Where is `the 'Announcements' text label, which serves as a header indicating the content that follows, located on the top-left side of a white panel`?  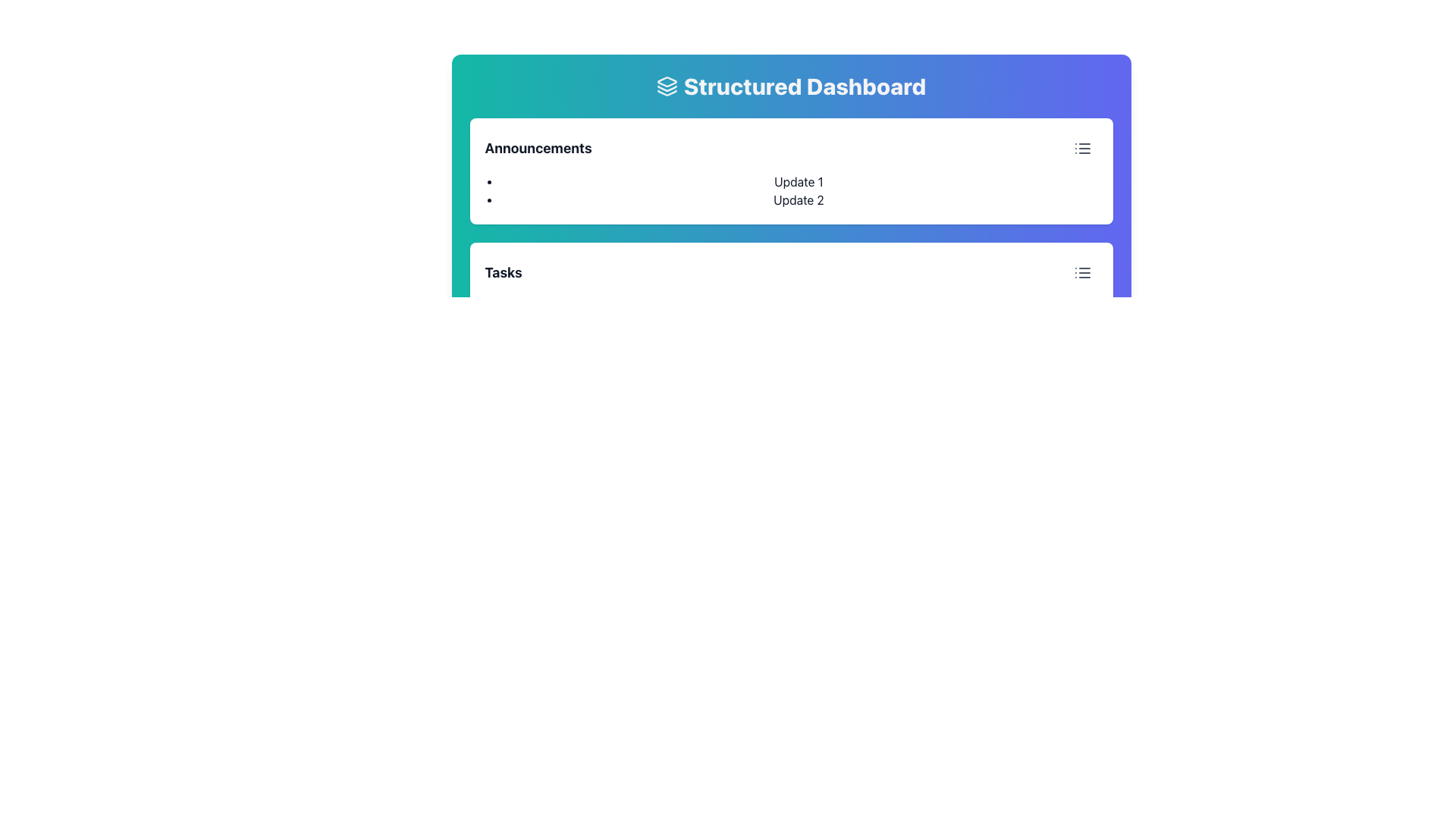
the 'Announcements' text label, which serves as a header indicating the content that follows, located on the top-left side of a white panel is located at coordinates (538, 149).